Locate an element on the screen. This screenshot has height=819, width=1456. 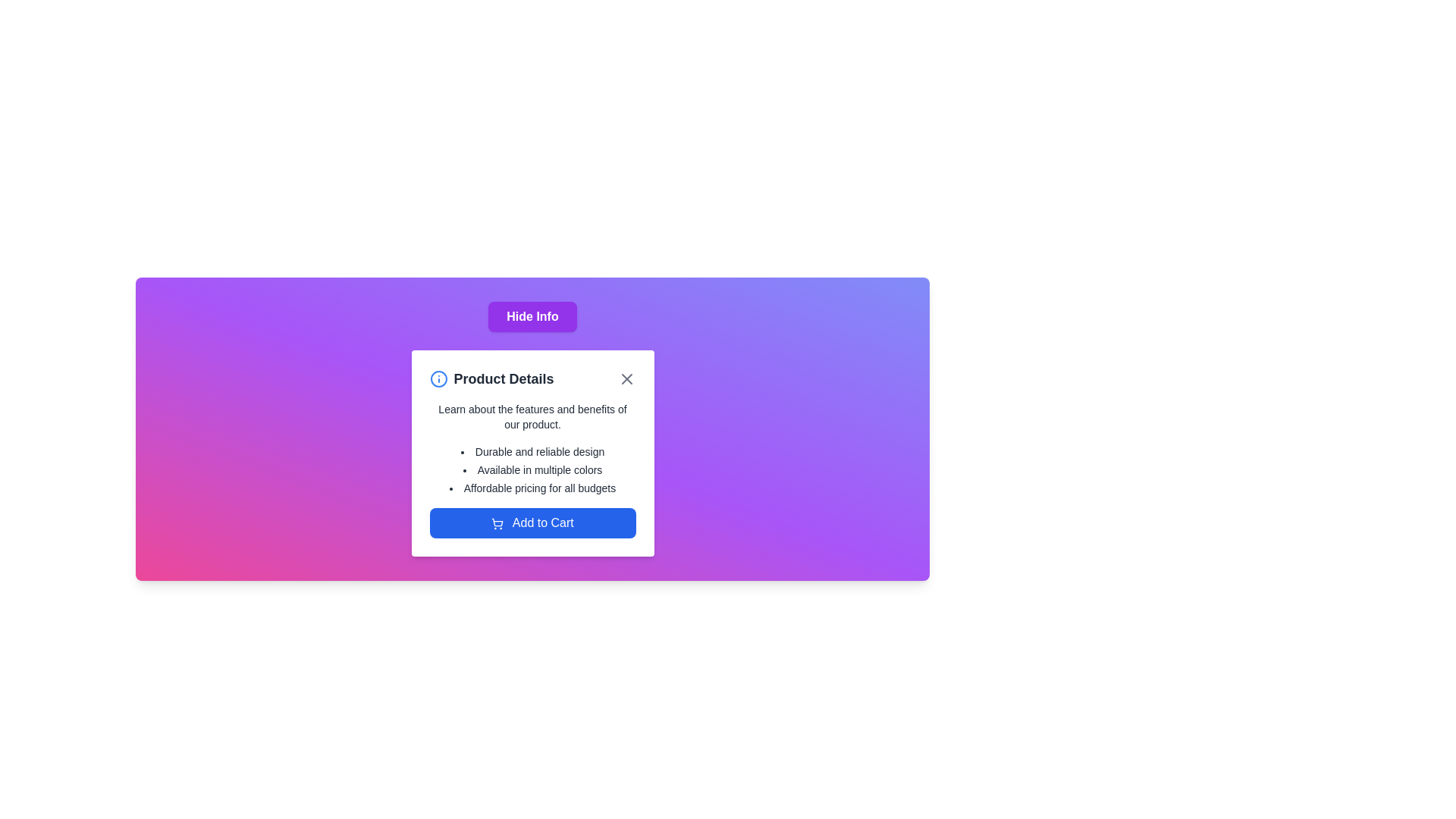
the descriptive text element that provides product attributes in the 'Product Details' section, which is the first item in a three-item bulleted list is located at coordinates (532, 451).